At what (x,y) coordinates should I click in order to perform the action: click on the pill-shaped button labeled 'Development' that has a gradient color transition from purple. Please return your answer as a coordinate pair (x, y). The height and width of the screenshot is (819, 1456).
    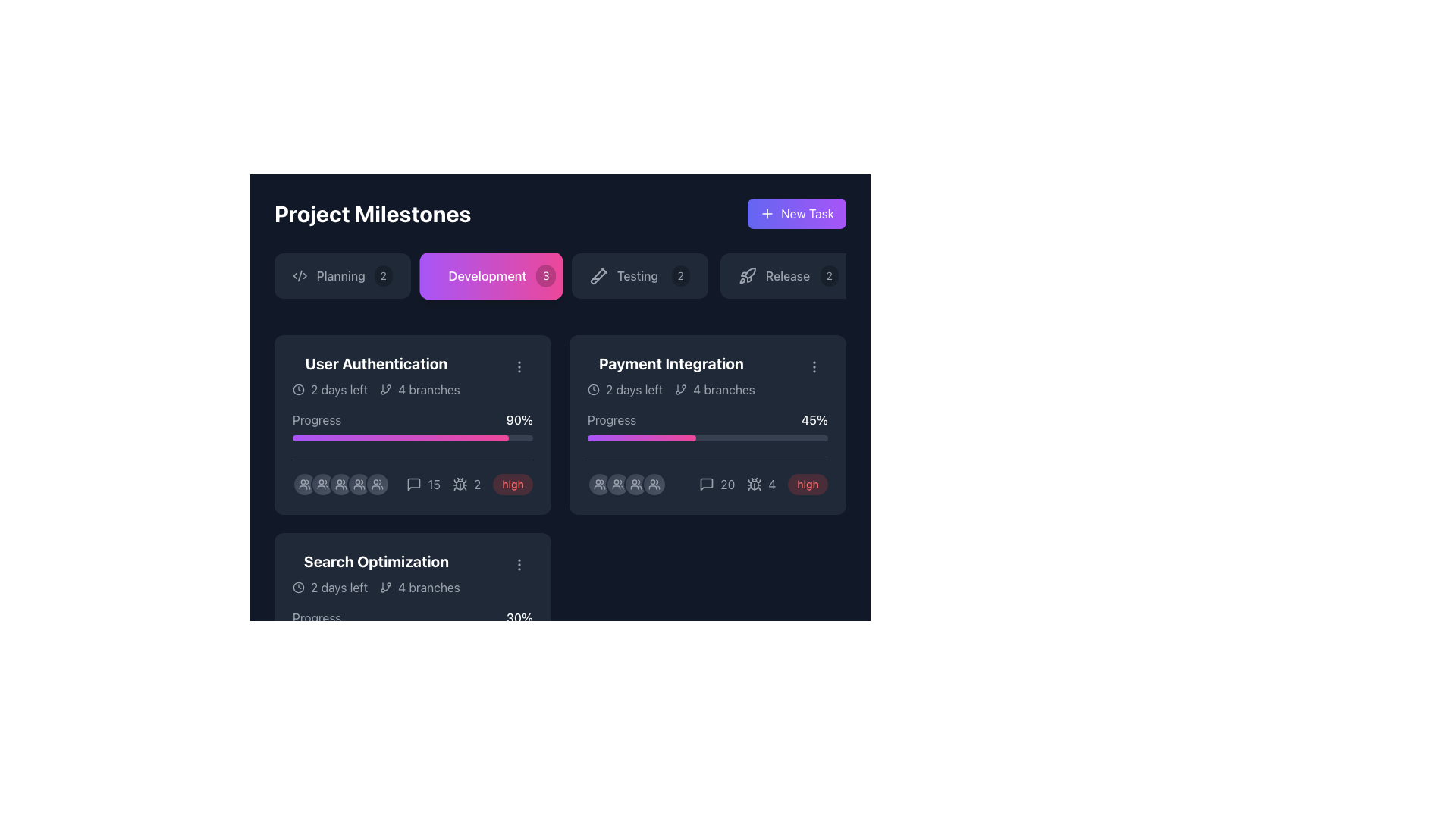
    Looking at the image, I should click on (560, 281).